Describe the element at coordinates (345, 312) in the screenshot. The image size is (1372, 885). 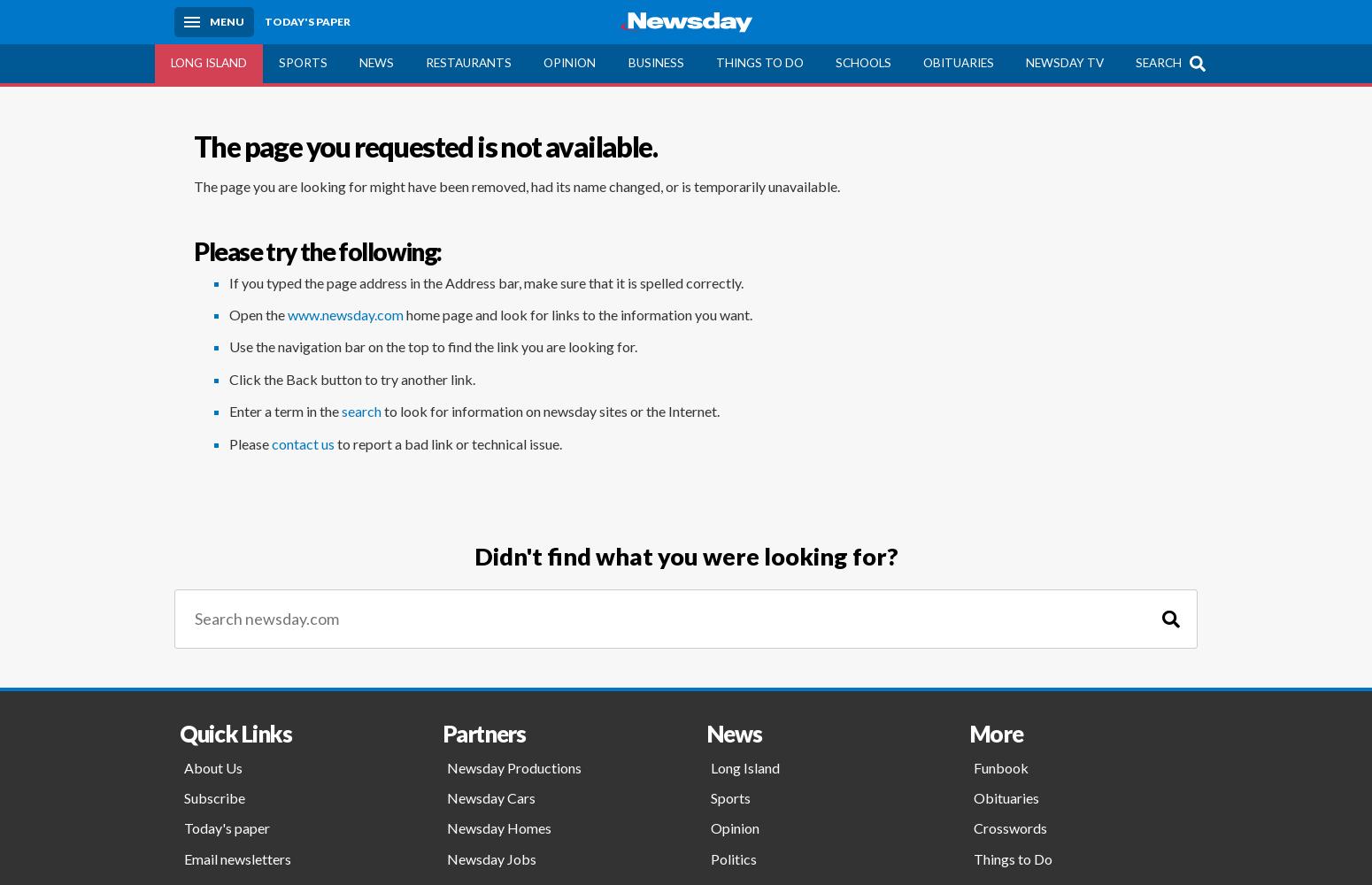
I see `'www.newsday.com'` at that location.